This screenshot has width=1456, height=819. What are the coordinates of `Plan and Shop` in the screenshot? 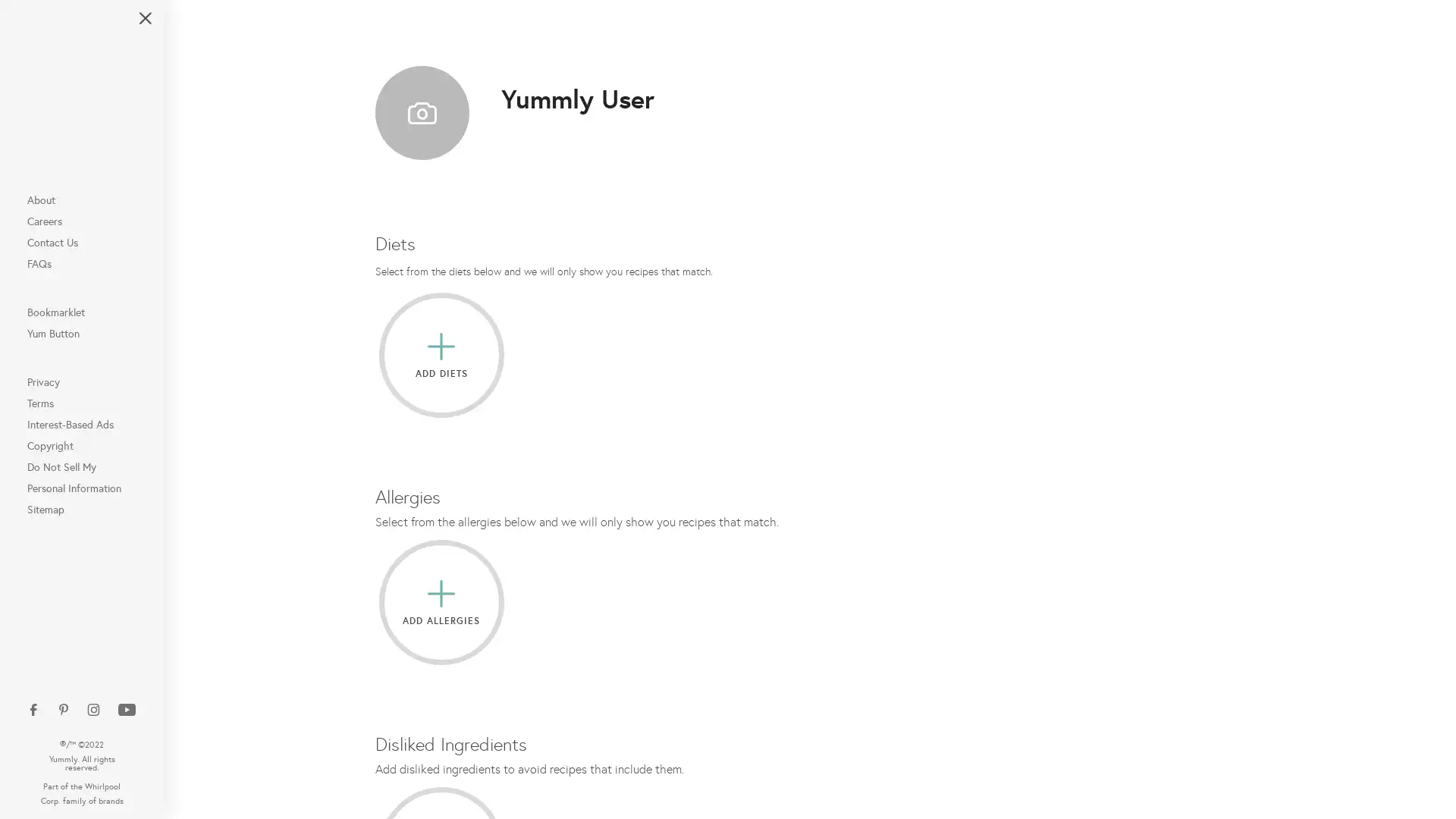 It's located at (1288, 99).